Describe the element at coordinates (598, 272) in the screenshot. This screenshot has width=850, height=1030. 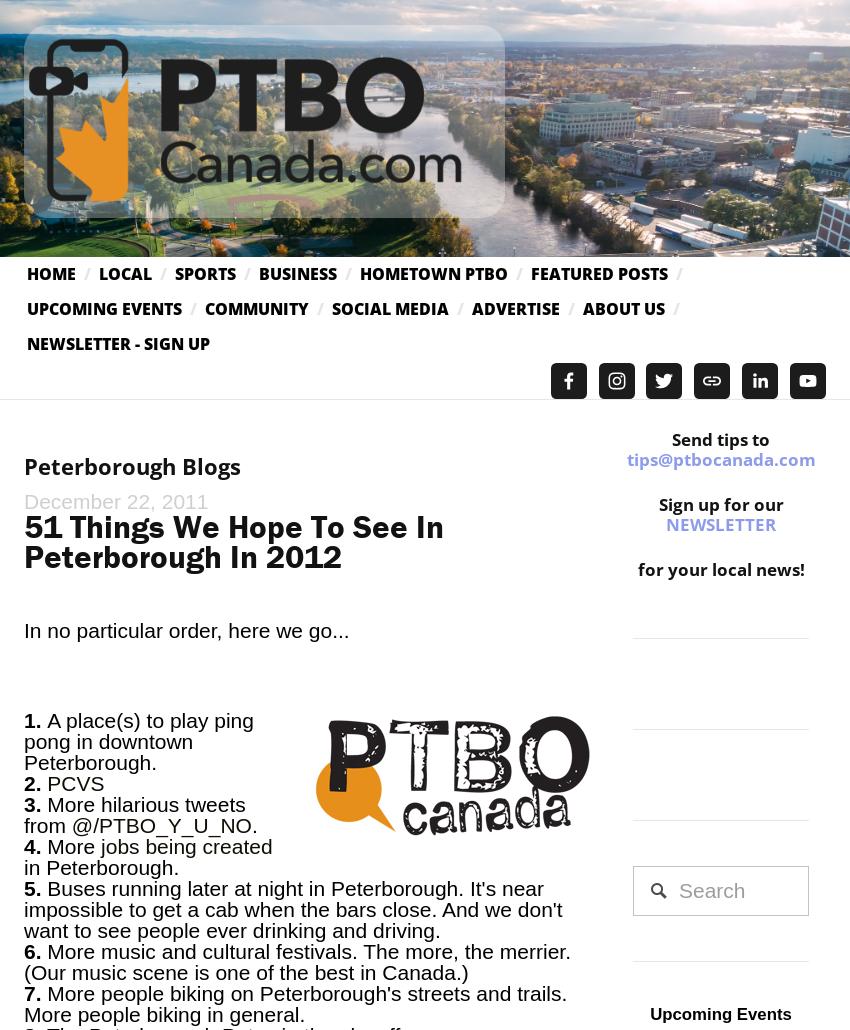
I see `'Featured Posts'` at that location.